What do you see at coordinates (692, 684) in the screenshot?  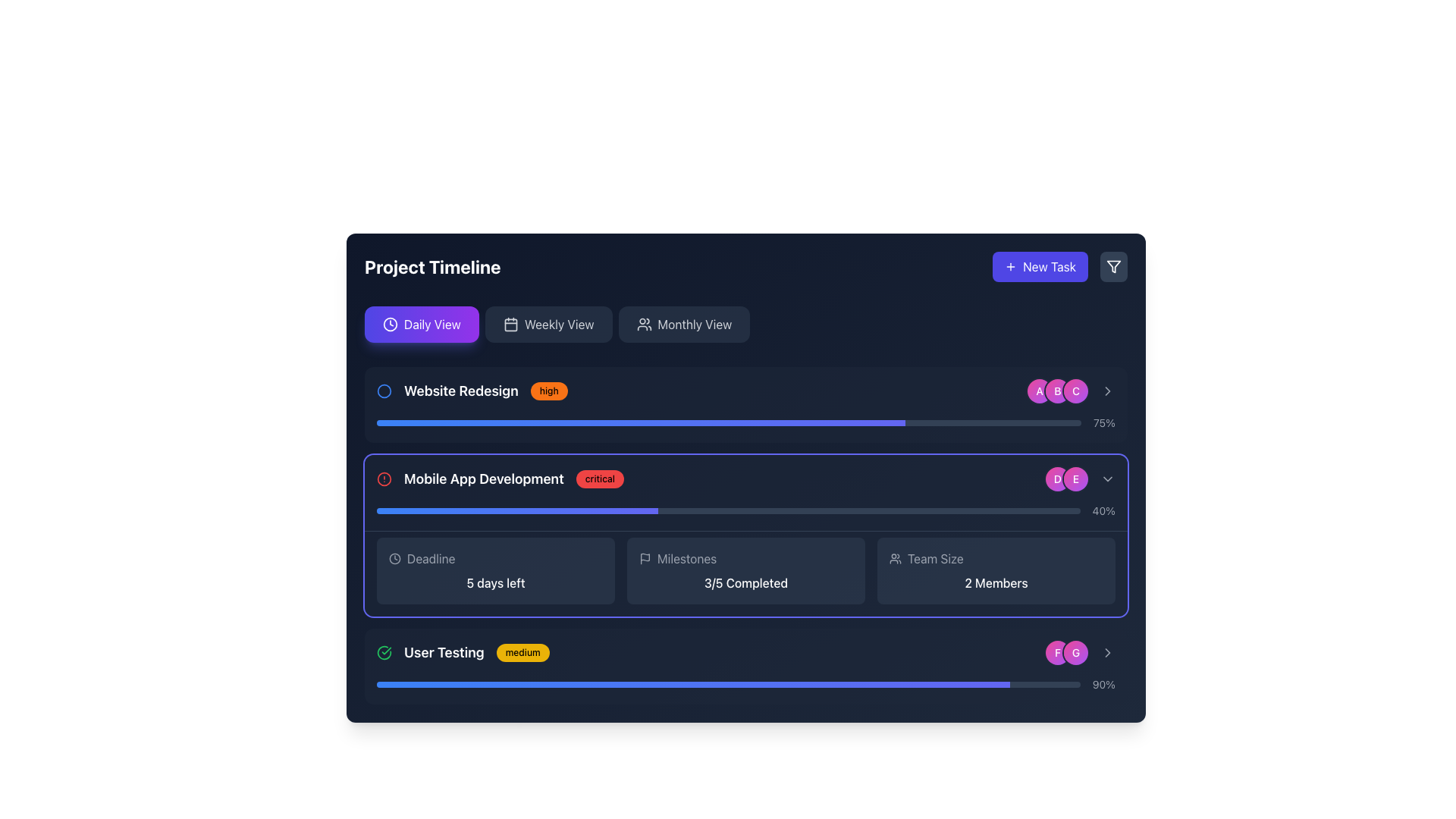 I see `the progress bar segment representing 90% completion for the 'User Testing' task, located towards the bottom of the list` at bounding box center [692, 684].